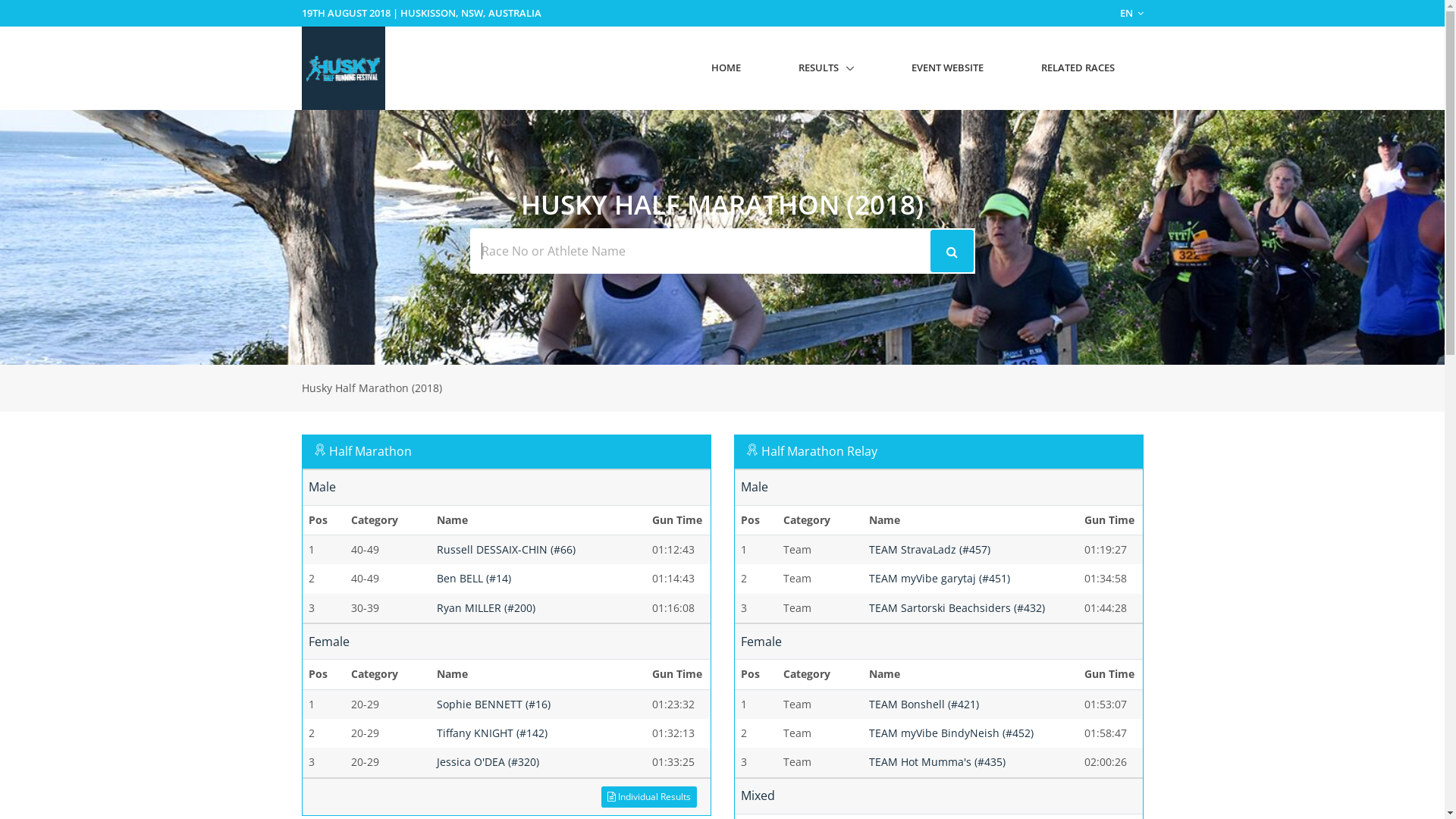 This screenshot has width=1456, height=819. Describe the element at coordinates (372, 387) in the screenshot. I see `'Husky Half Marathon (2018)'` at that location.